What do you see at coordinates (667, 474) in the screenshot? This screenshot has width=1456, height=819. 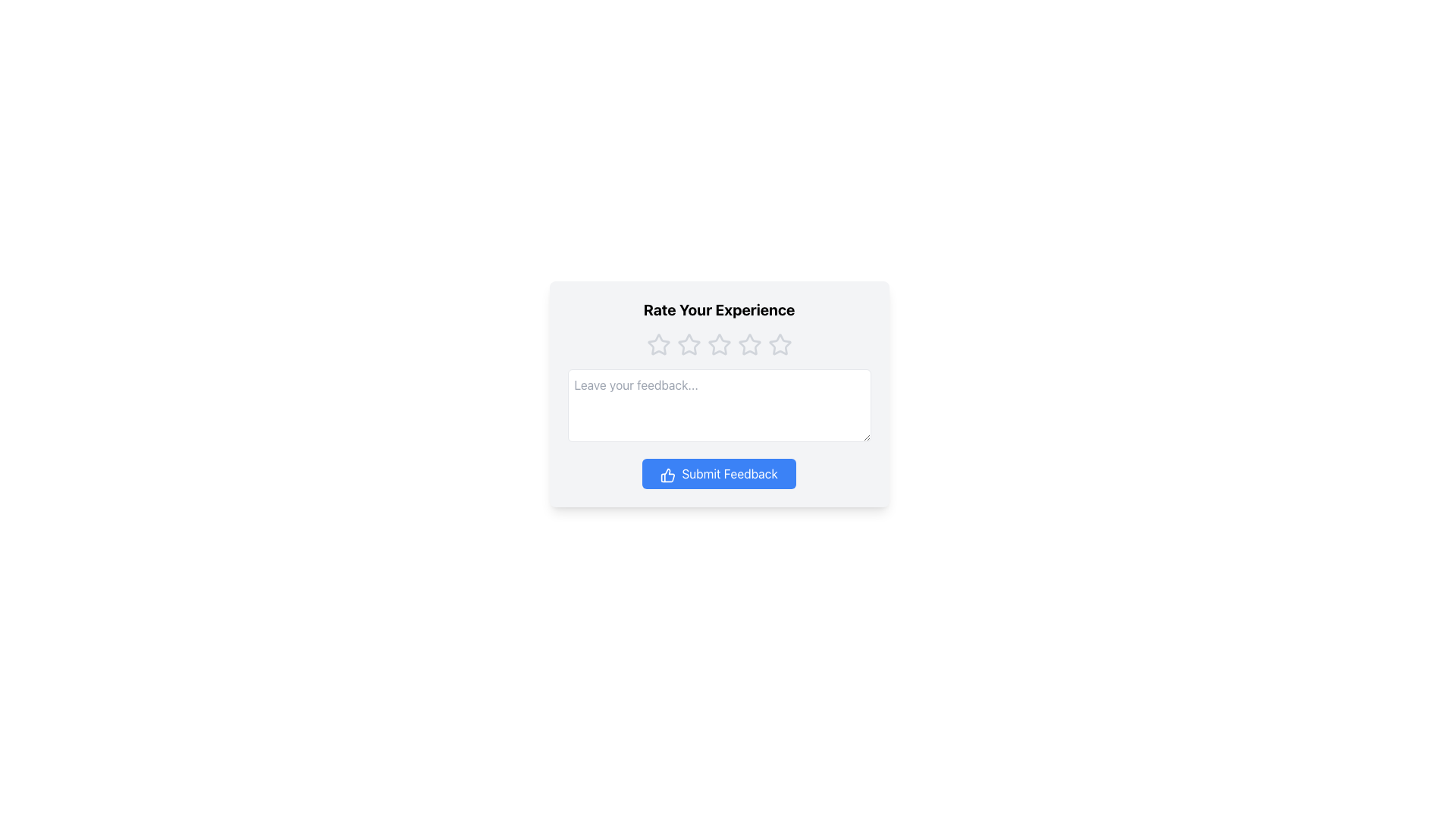 I see `the decorative icon located to the left of the 'Submit Feedback' button, which indicates a positive action` at bounding box center [667, 474].